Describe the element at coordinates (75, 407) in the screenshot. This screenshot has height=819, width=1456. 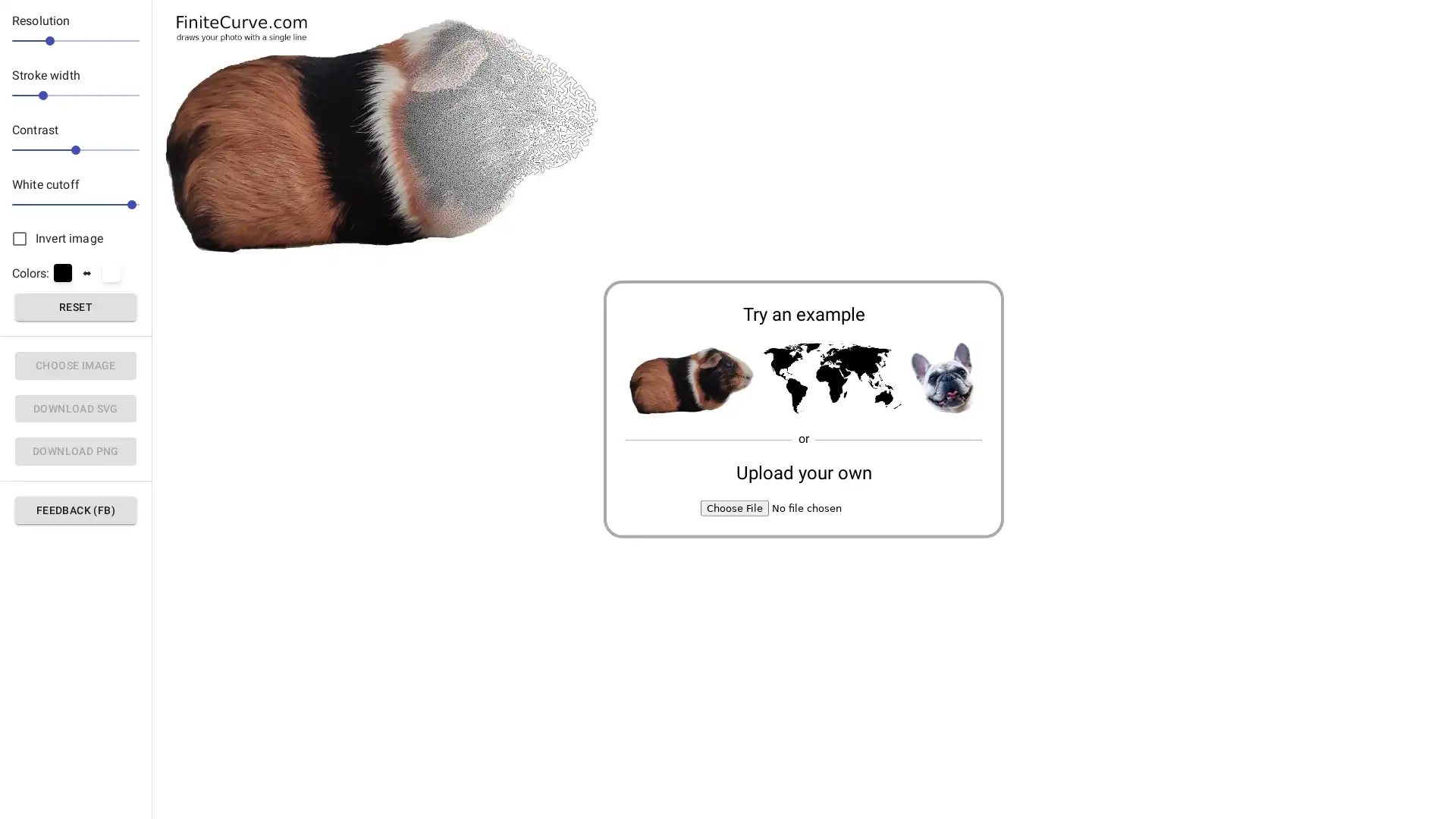
I see `DOWNLOAD SVG` at that location.